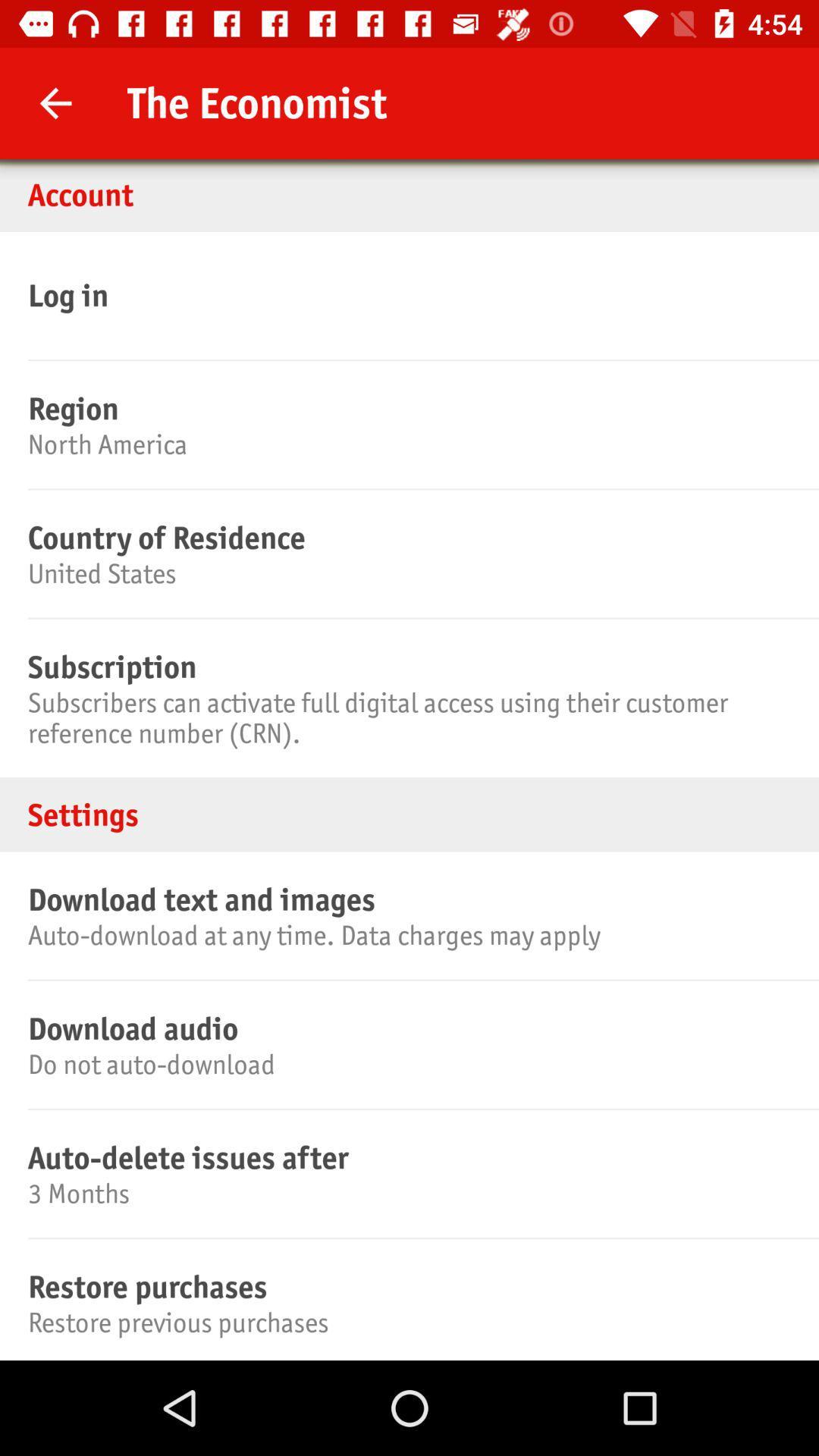  What do you see at coordinates (406, 899) in the screenshot?
I see `the download text and icon` at bounding box center [406, 899].